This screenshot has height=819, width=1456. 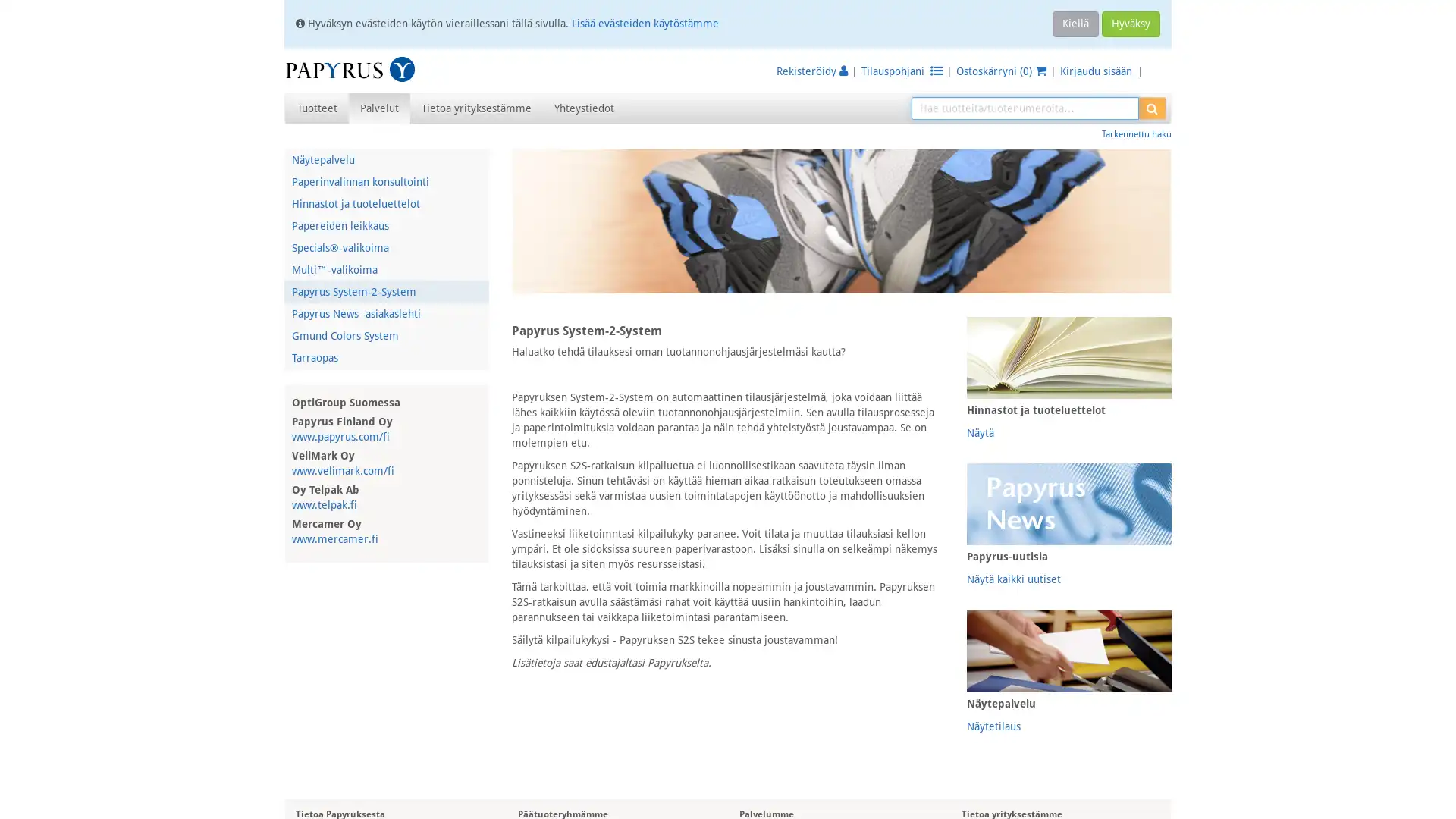 What do you see at coordinates (1075, 24) in the screenshot?
I see `Kiella` at bounding box center [1075, 24].